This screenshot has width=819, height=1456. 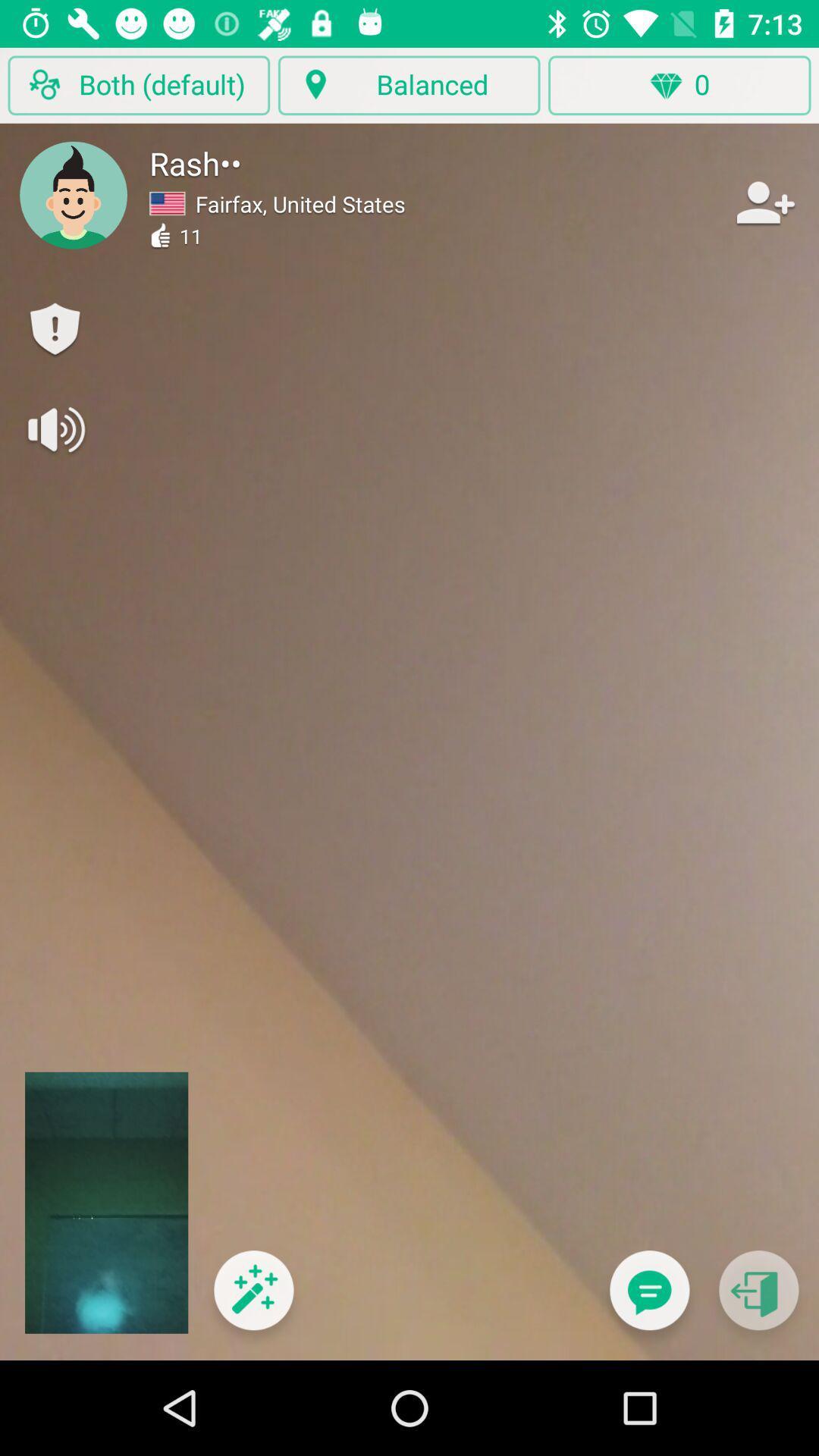 I want to click on item to the right of fairfax, united states, so click(x=764, y=202).